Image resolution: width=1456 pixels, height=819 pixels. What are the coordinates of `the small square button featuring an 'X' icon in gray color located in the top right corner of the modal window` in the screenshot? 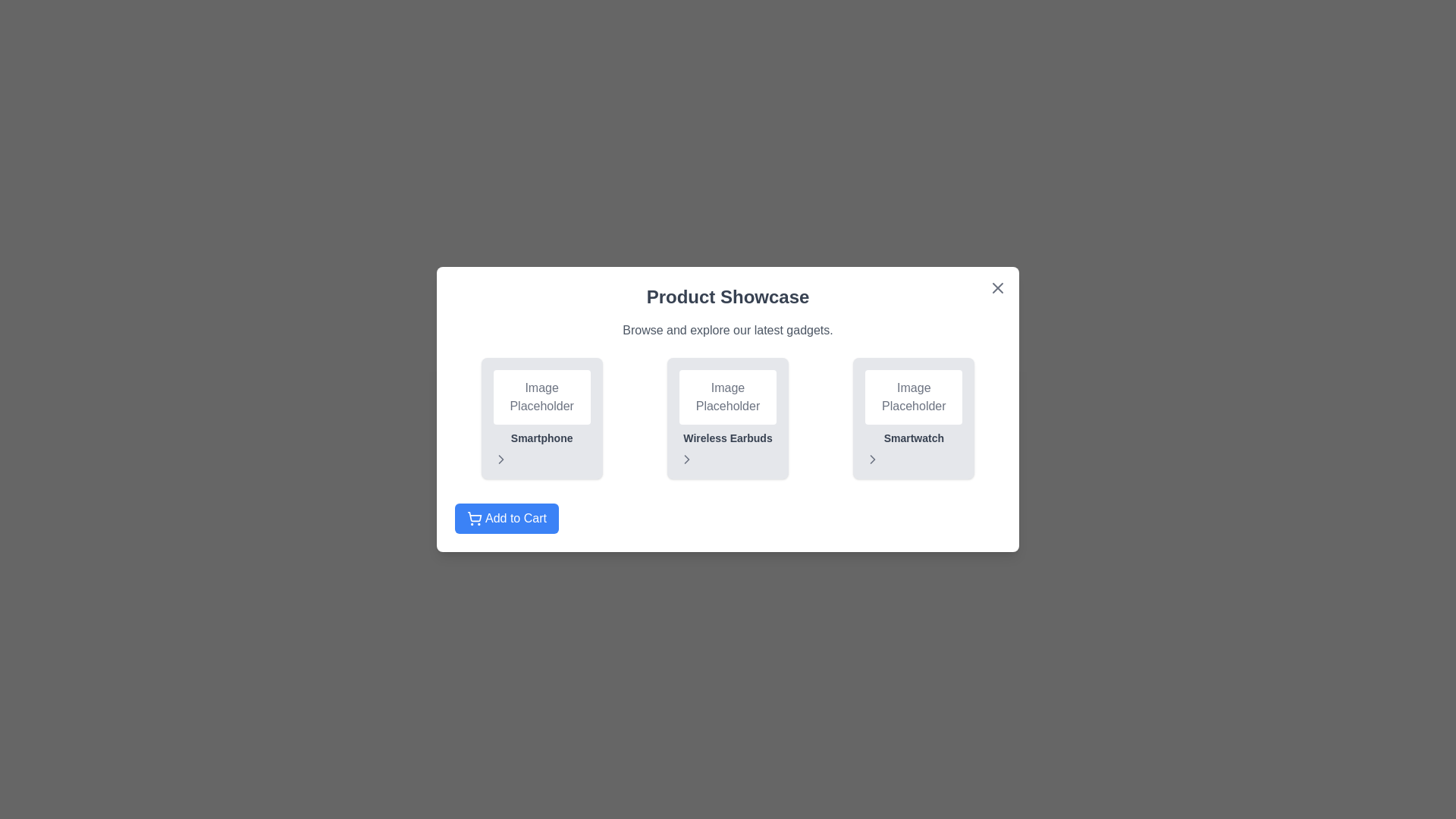 It's located at (997, 288).